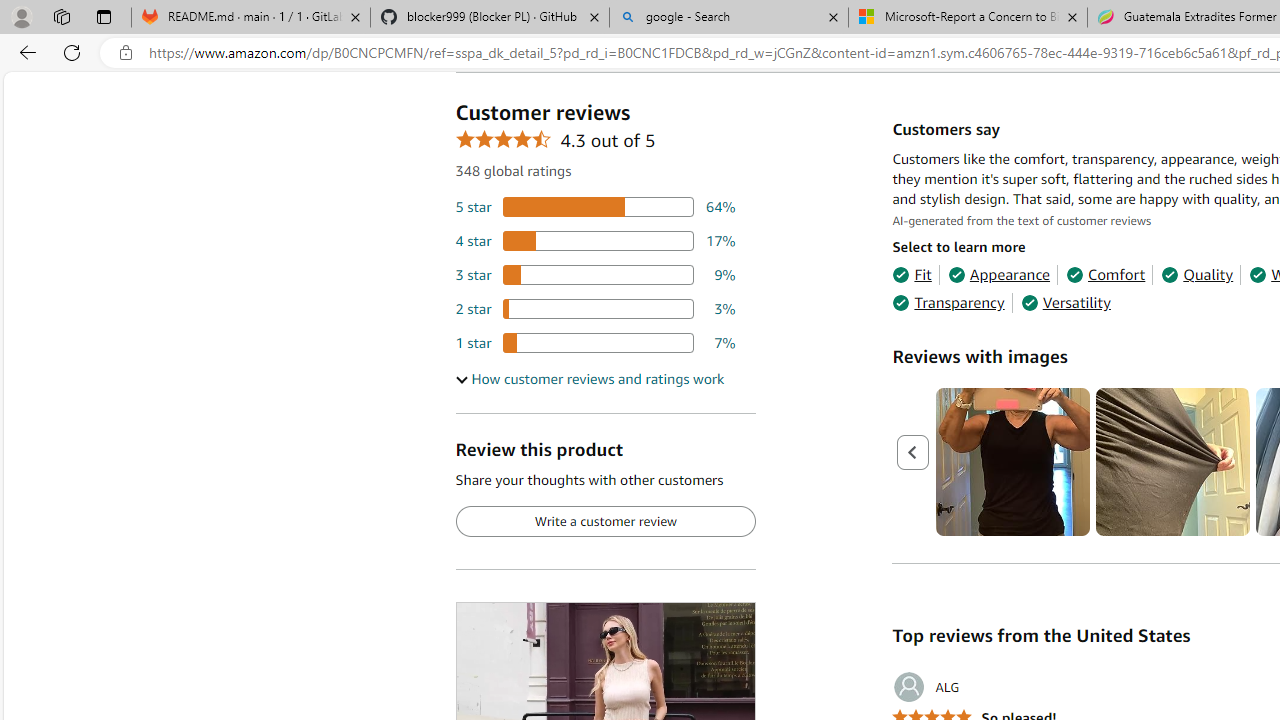  I want to click on 'Appearance', so click(999, 275).